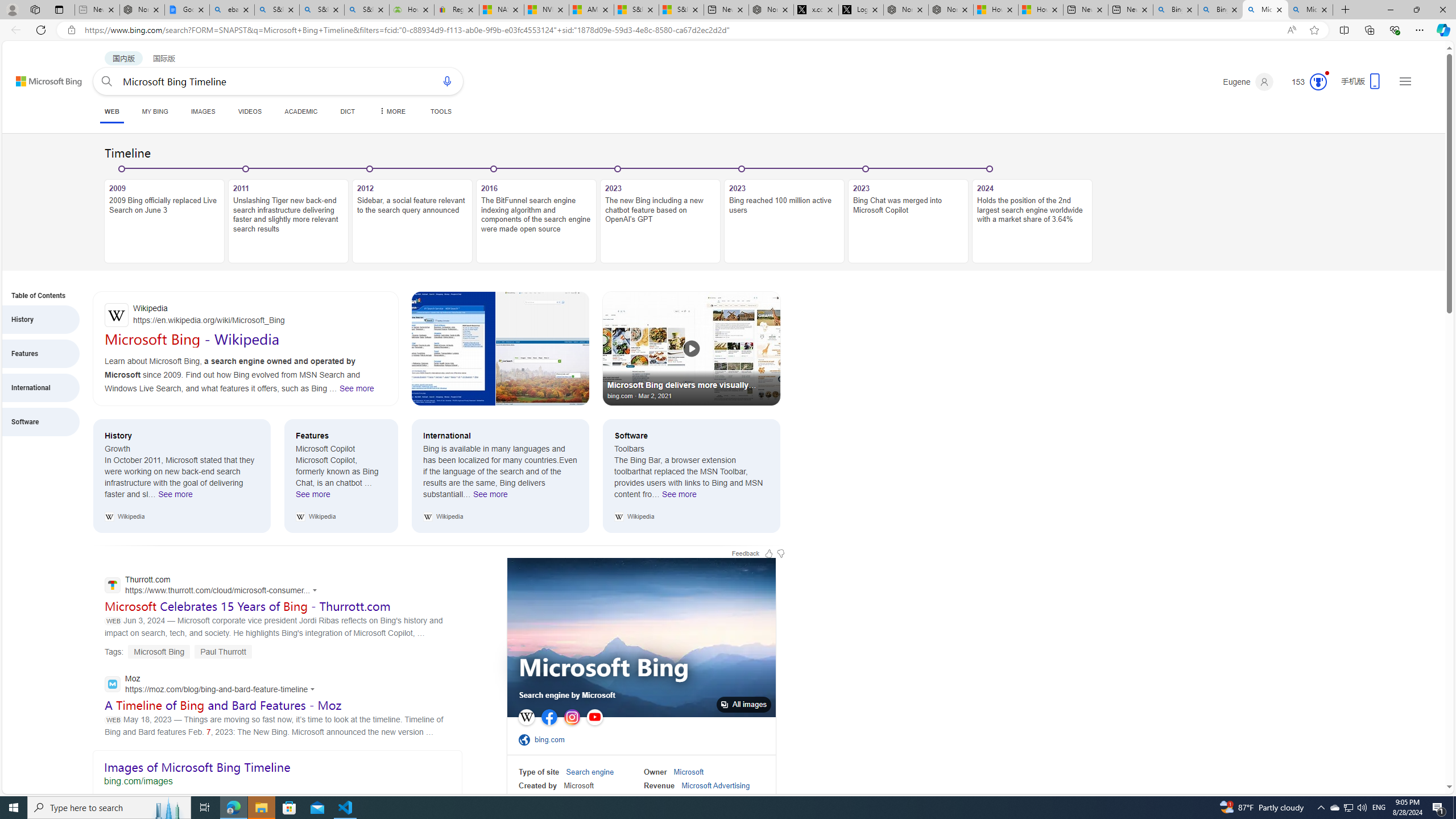 This screenshot has height=819, width=1456. I want to click on 'Thurrott.com', so click(213, 586).